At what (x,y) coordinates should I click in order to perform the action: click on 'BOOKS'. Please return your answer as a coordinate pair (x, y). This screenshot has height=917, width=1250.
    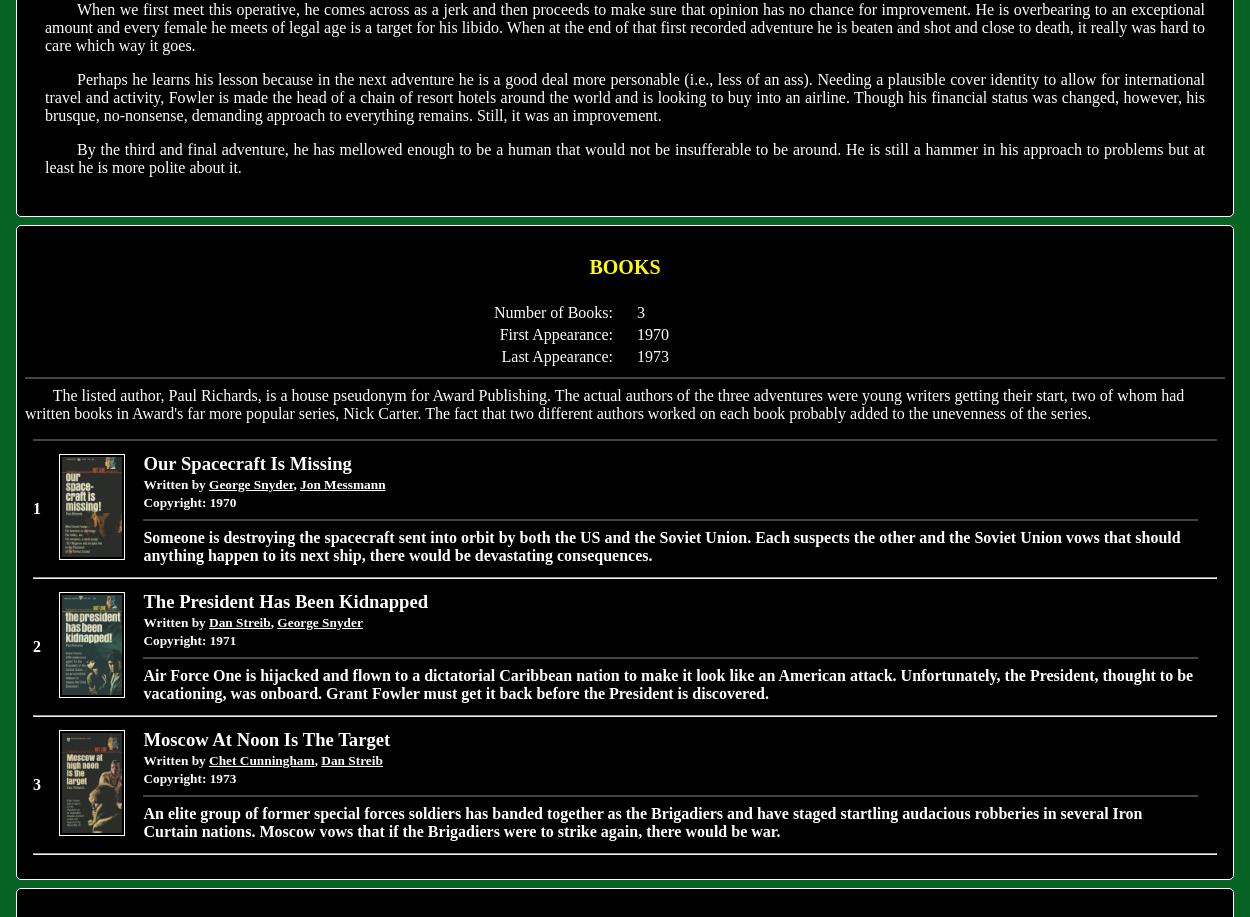
    Looking at the image, I should click on (623, 266).